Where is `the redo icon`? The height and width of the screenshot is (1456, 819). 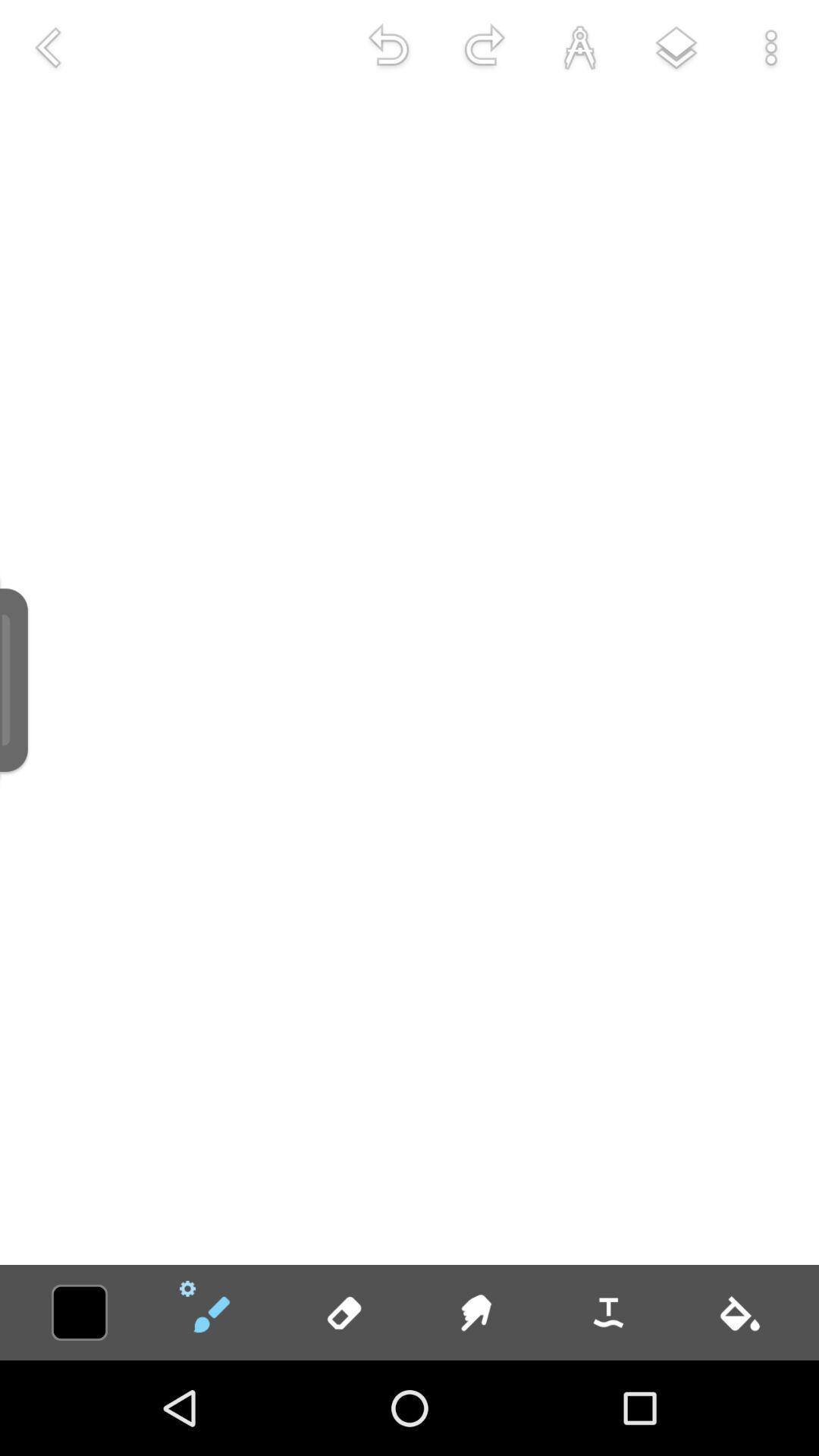 the redo icon is located at coordinates (485, 47).